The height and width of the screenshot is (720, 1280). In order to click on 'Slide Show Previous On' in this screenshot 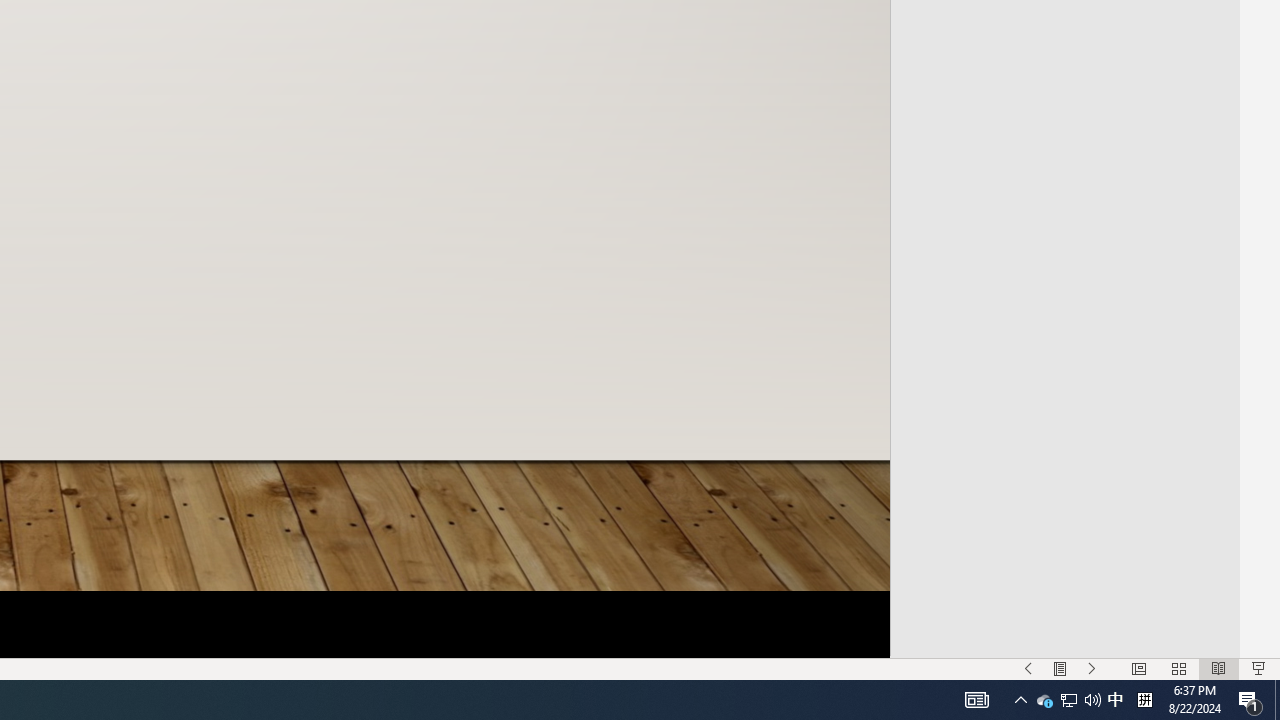, I will do `click(1028, 669)`.